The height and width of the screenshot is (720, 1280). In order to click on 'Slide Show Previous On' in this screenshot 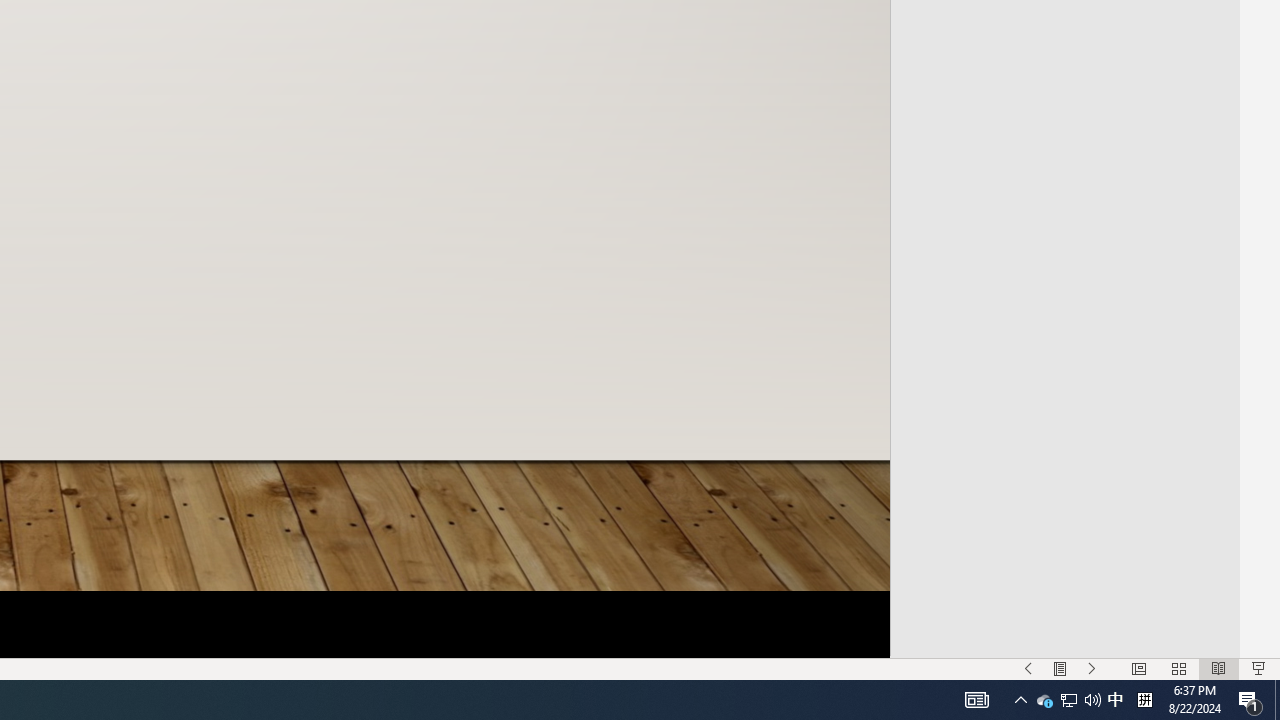, I will do `click(1028, 669)`.